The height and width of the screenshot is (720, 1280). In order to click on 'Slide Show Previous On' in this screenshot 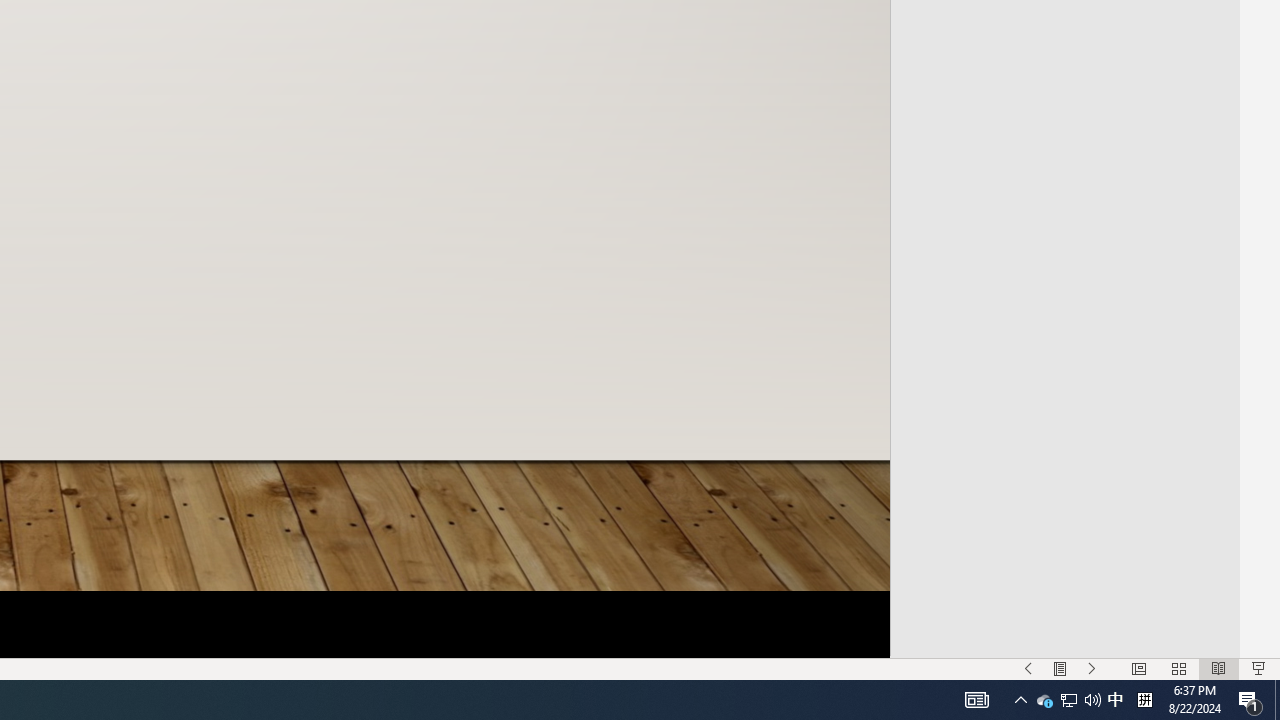, I will do `click(1028, 669)`.